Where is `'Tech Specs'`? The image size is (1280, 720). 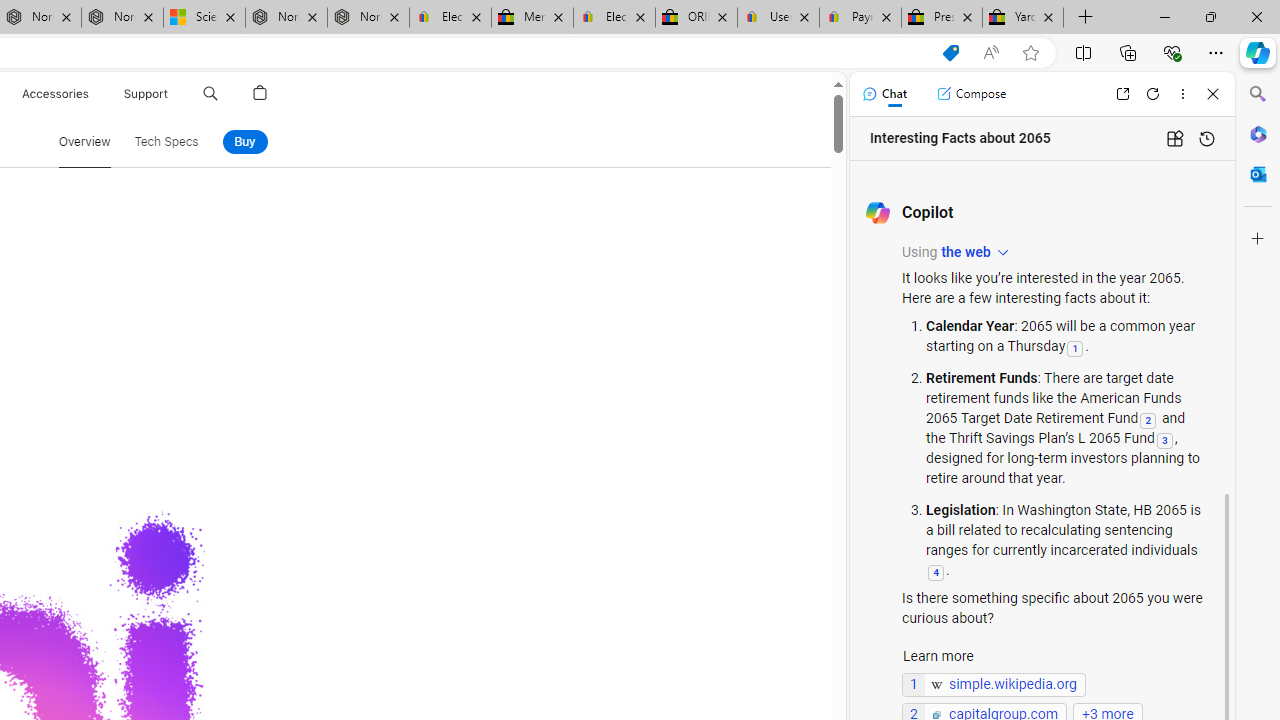 'Tech Specs' is located at coordinates (166, 140).